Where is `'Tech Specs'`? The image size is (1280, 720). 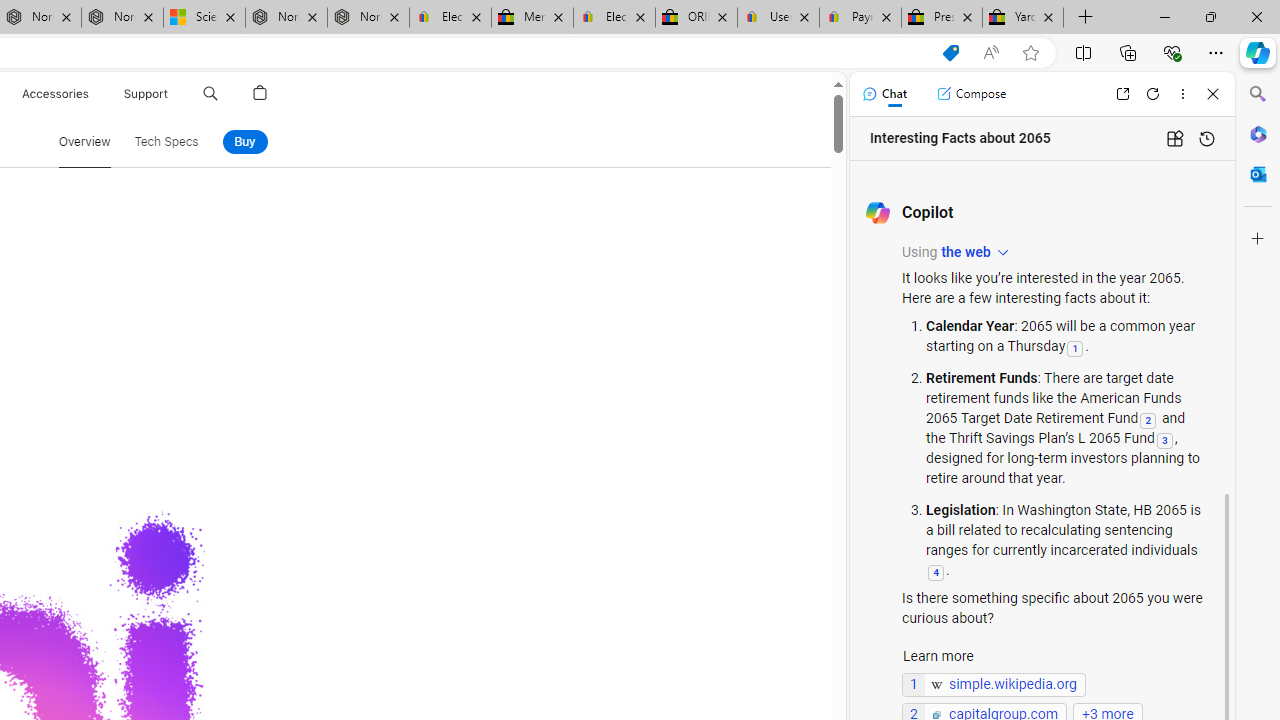 'Tech Specs' is located at coordinates (166, 140).